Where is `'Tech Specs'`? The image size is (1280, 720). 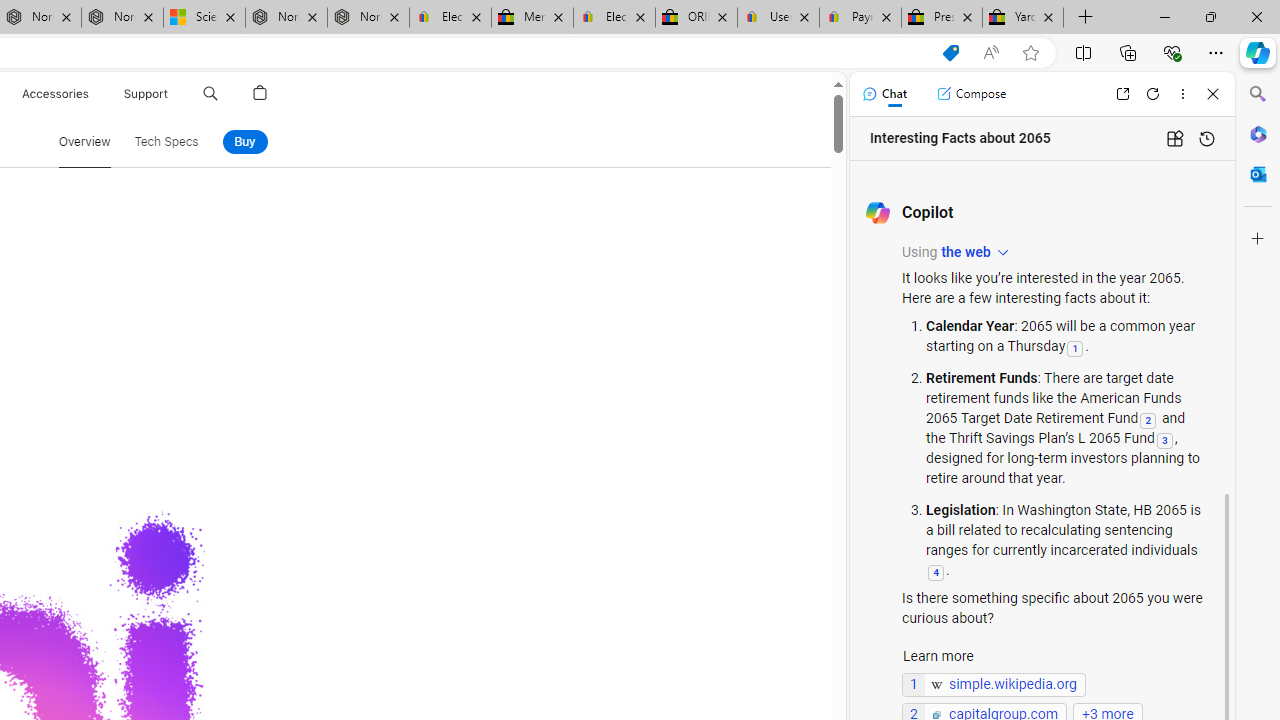 'Tech Specs' is located at coordinates (166, 140).